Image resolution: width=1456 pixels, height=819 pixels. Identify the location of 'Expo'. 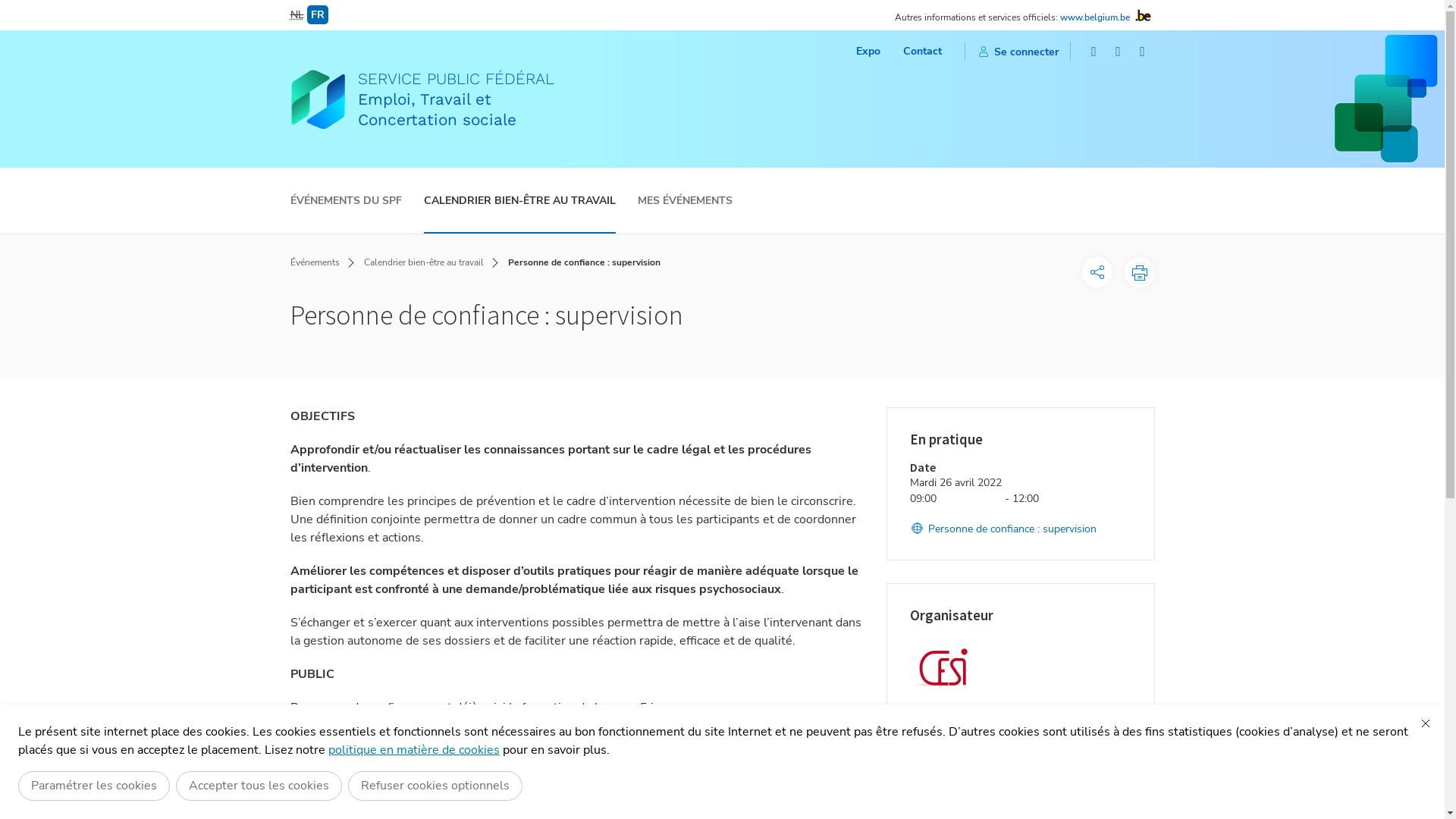
(855, 50).